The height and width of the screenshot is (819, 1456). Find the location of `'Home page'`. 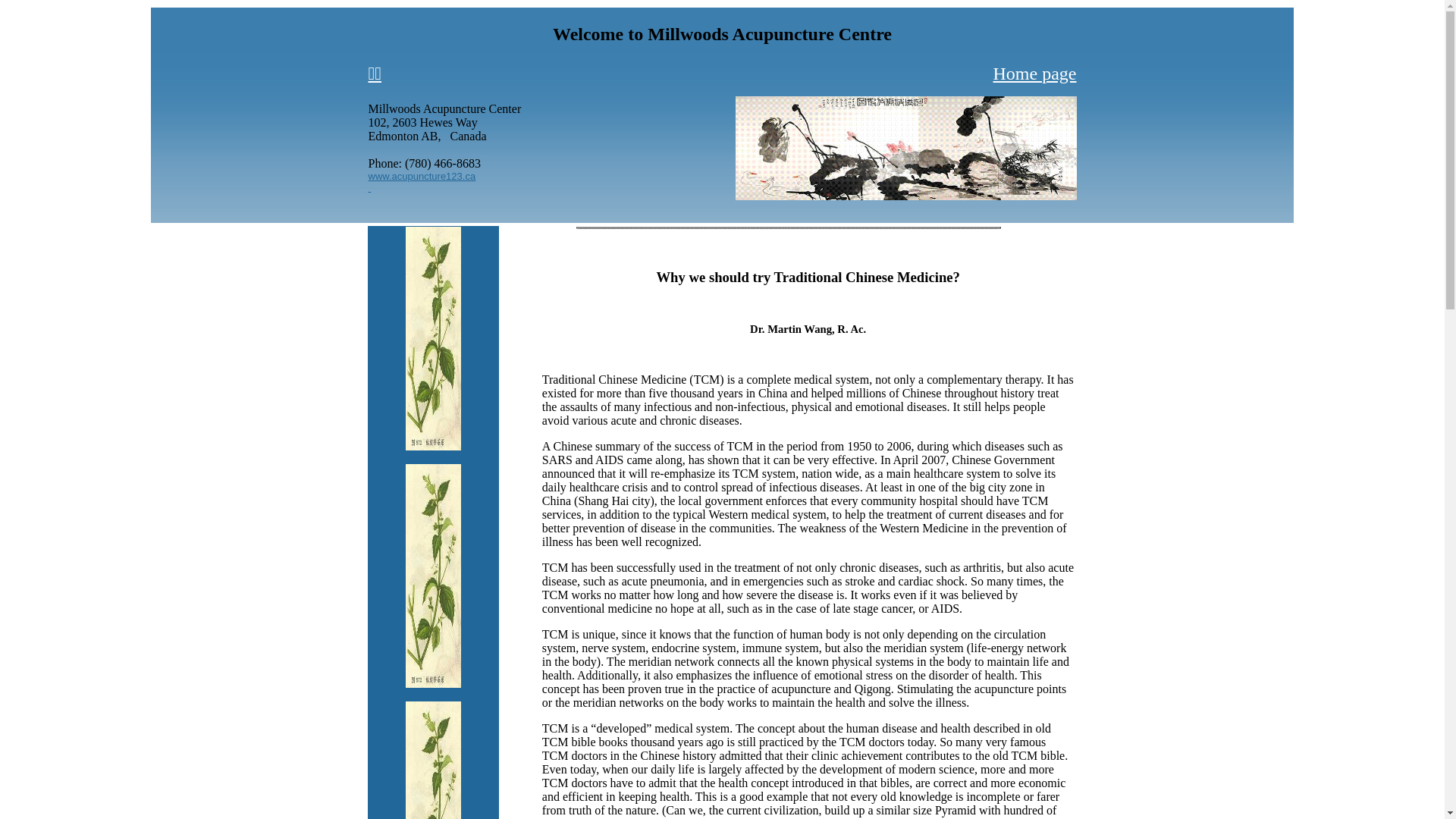

'Home page' is located at coordinates (1034, 73).